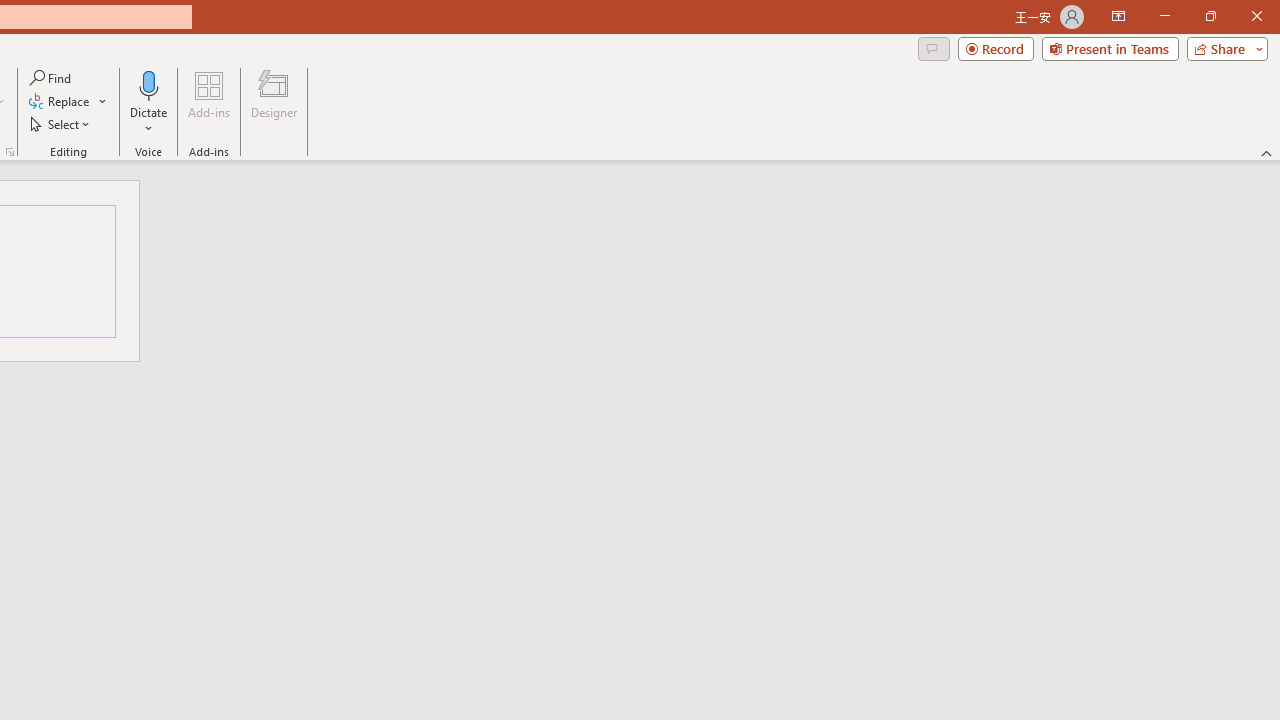 This screenshot has height=720, width=1280. Describe the element at coordinates (1266, 152) in the screenshot. I see `'Collapse the Ribbon'` at that location.